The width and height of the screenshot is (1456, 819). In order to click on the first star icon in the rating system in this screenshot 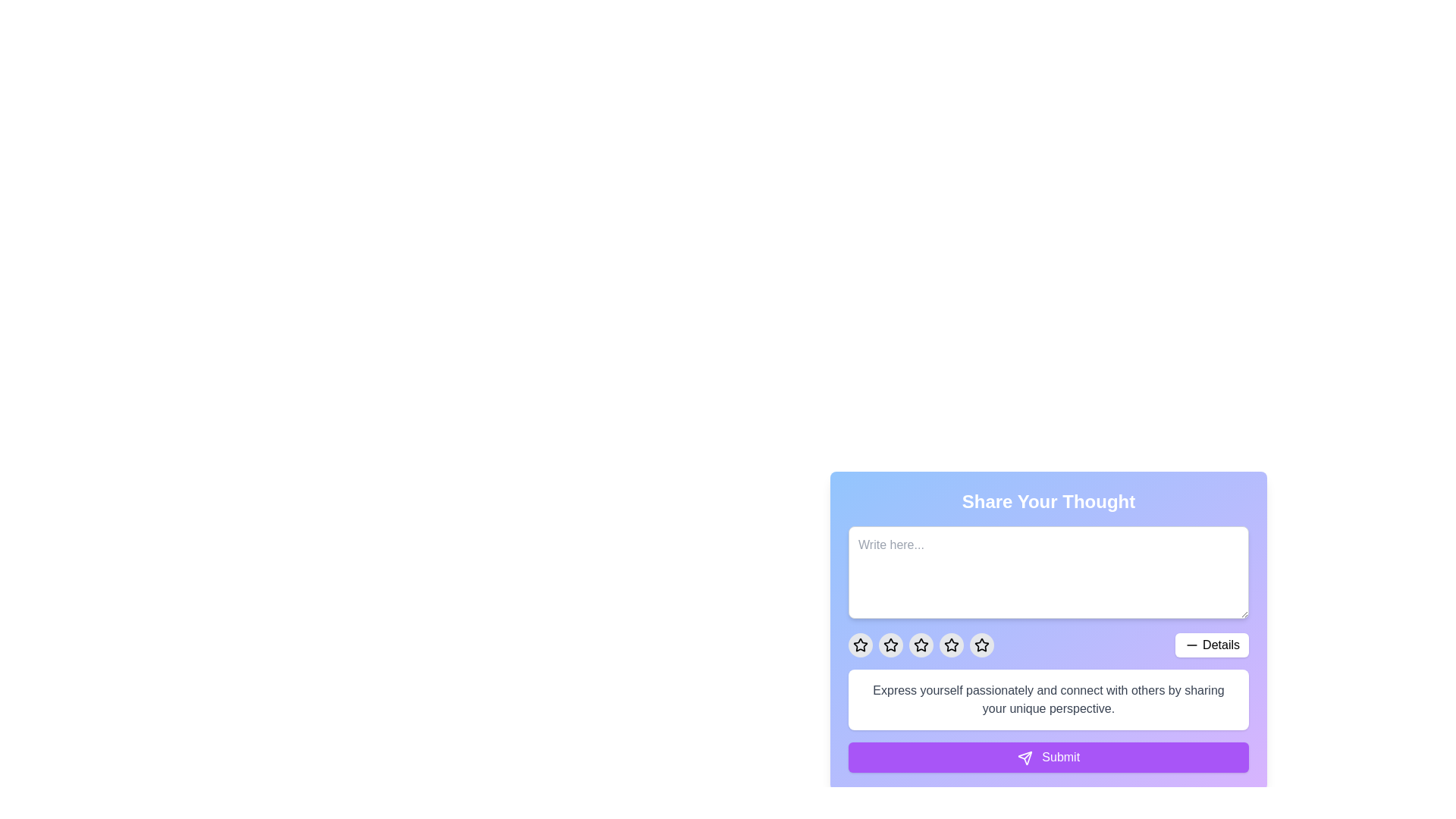, I will do `click(860, 645)`.